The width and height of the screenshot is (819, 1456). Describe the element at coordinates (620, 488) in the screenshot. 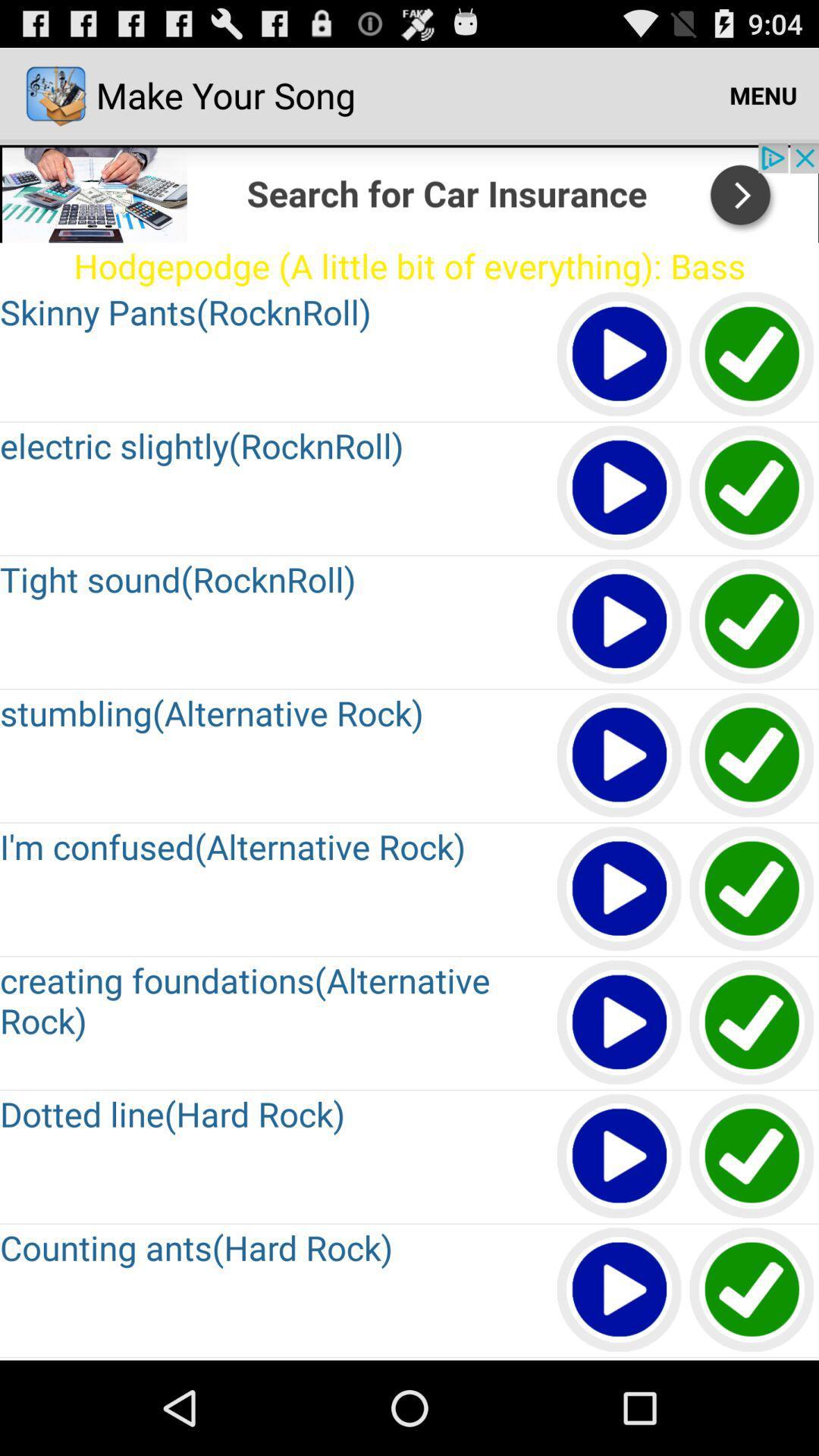

I see `selected sound` at that location.